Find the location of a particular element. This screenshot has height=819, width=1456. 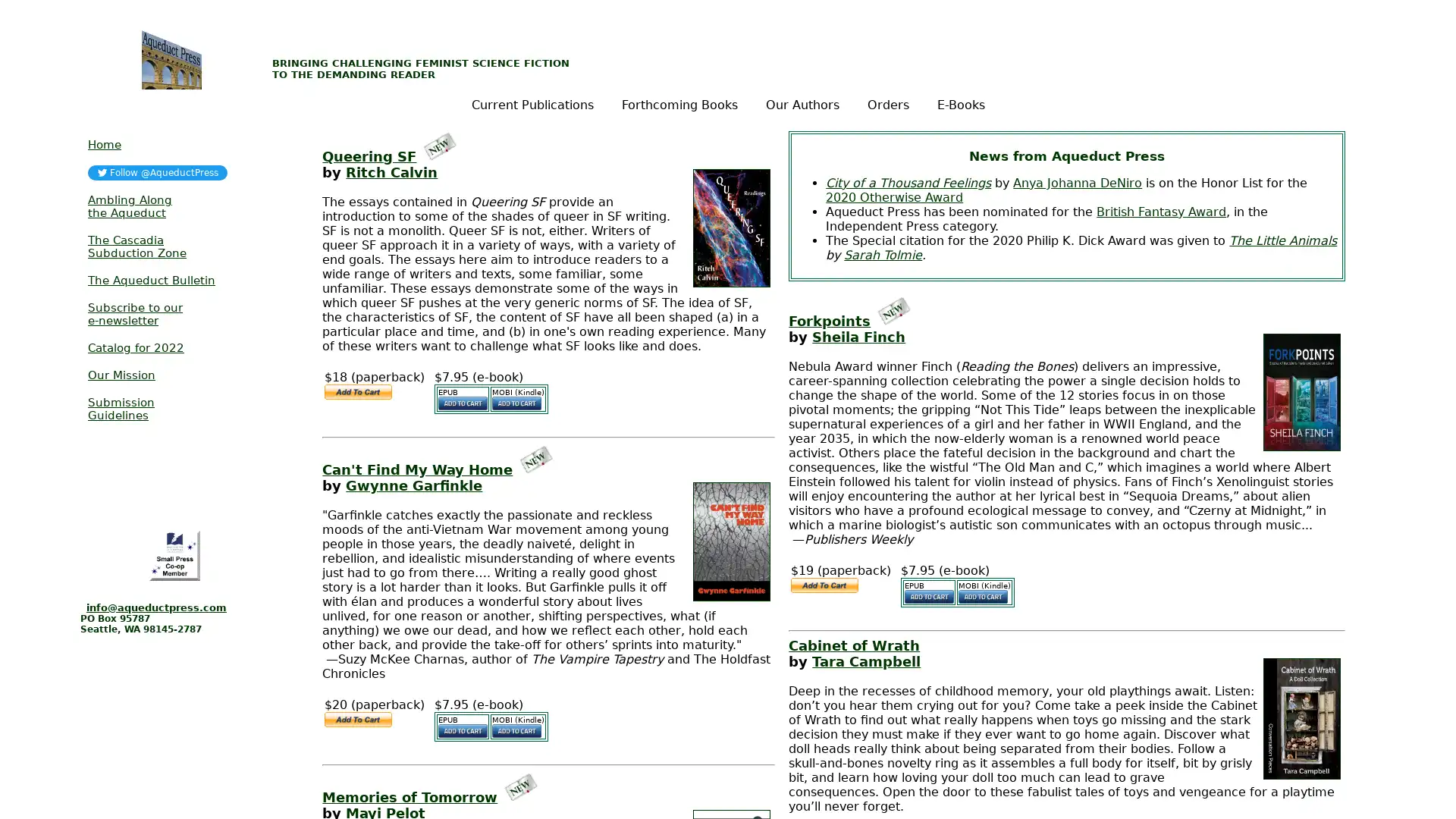

Make payments with PayPal - it\'s fast, free and secure! is located at coordinates (823, 584).